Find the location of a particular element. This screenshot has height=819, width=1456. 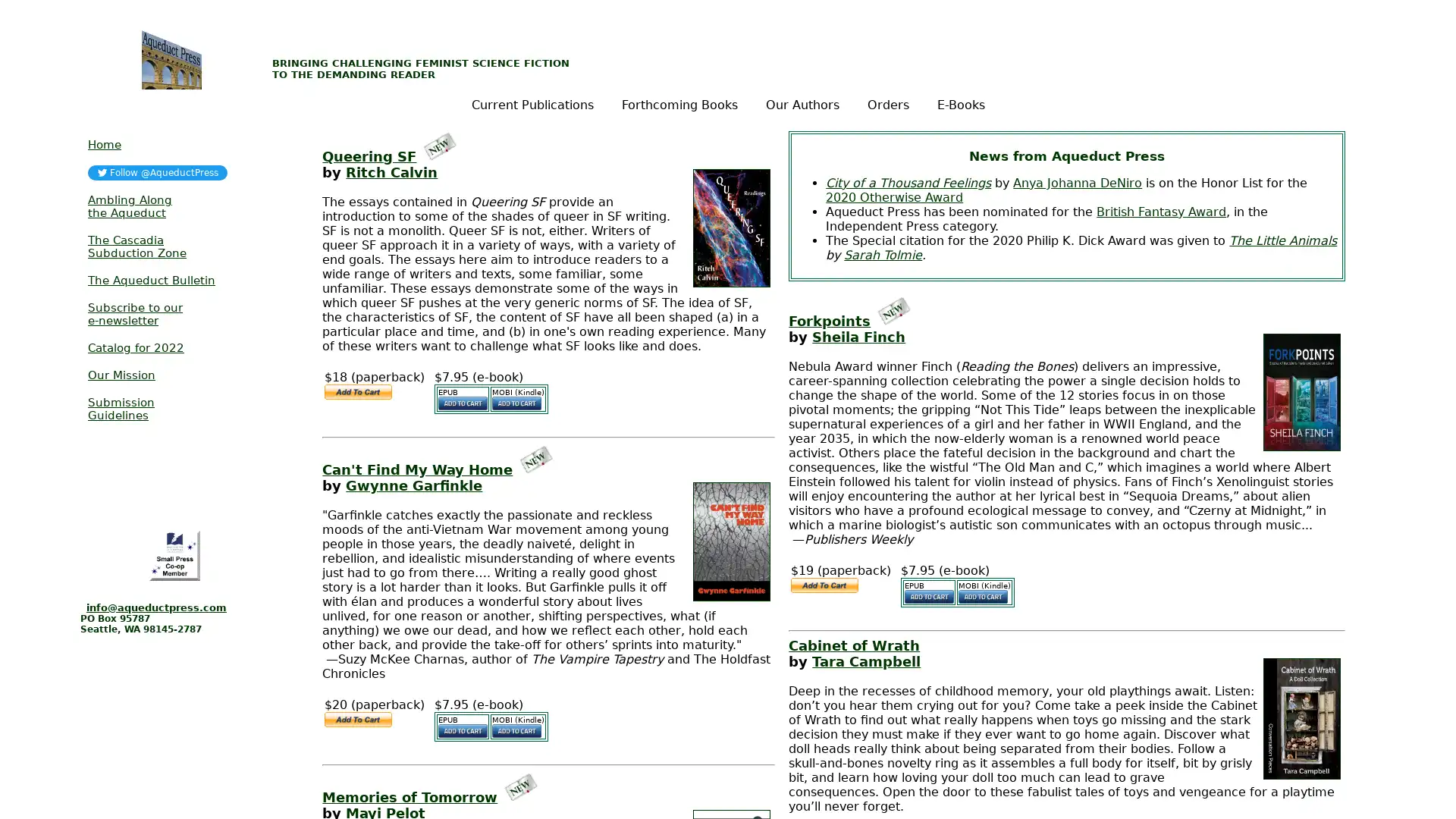

Make payments with PayPal - it\'s fast, free and secure! is located at coordinates (823, 584).